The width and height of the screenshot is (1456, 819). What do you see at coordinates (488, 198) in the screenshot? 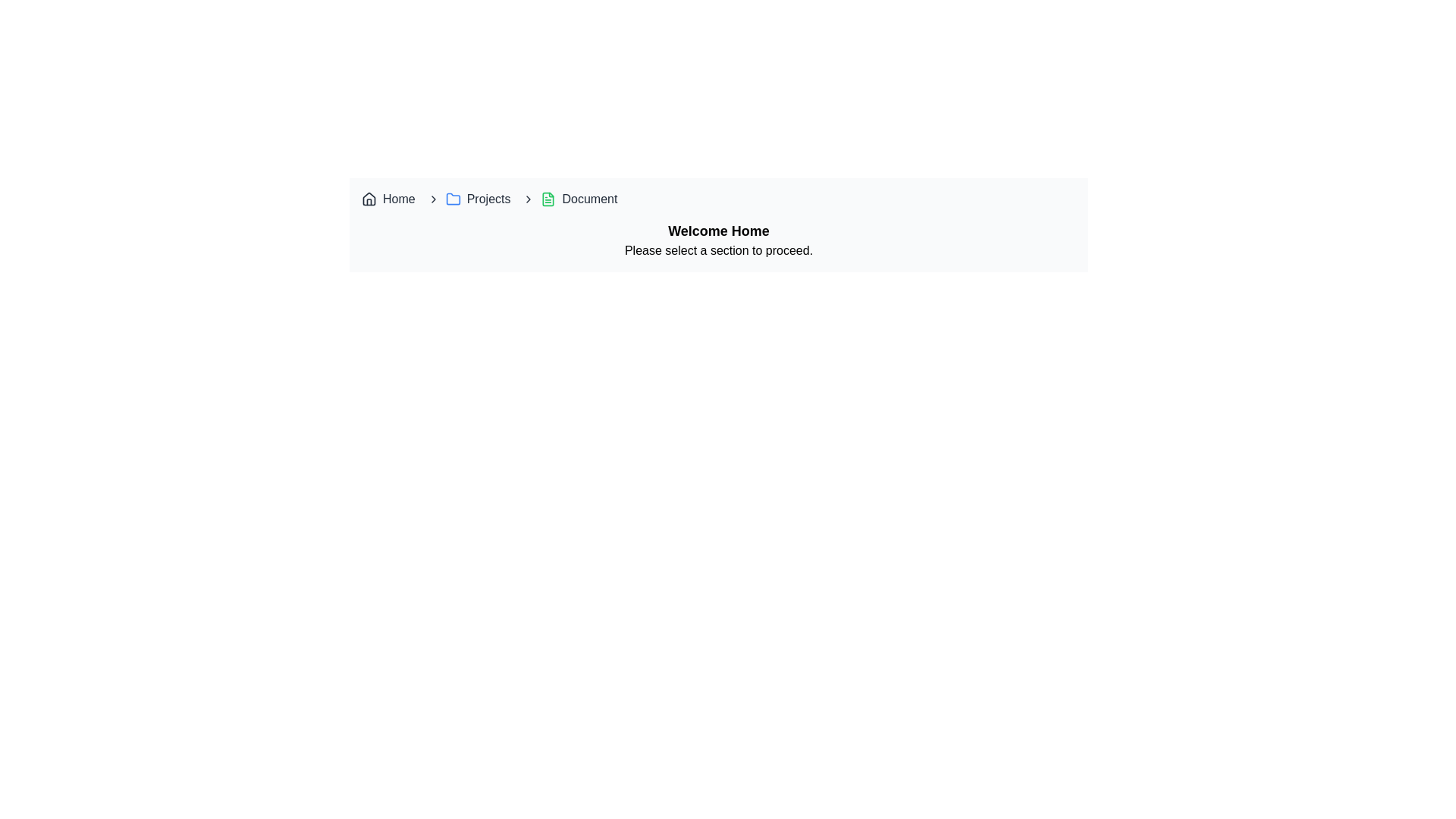
I see `the 'Projects' breadcrumb link` at bounding box center [488, 198].